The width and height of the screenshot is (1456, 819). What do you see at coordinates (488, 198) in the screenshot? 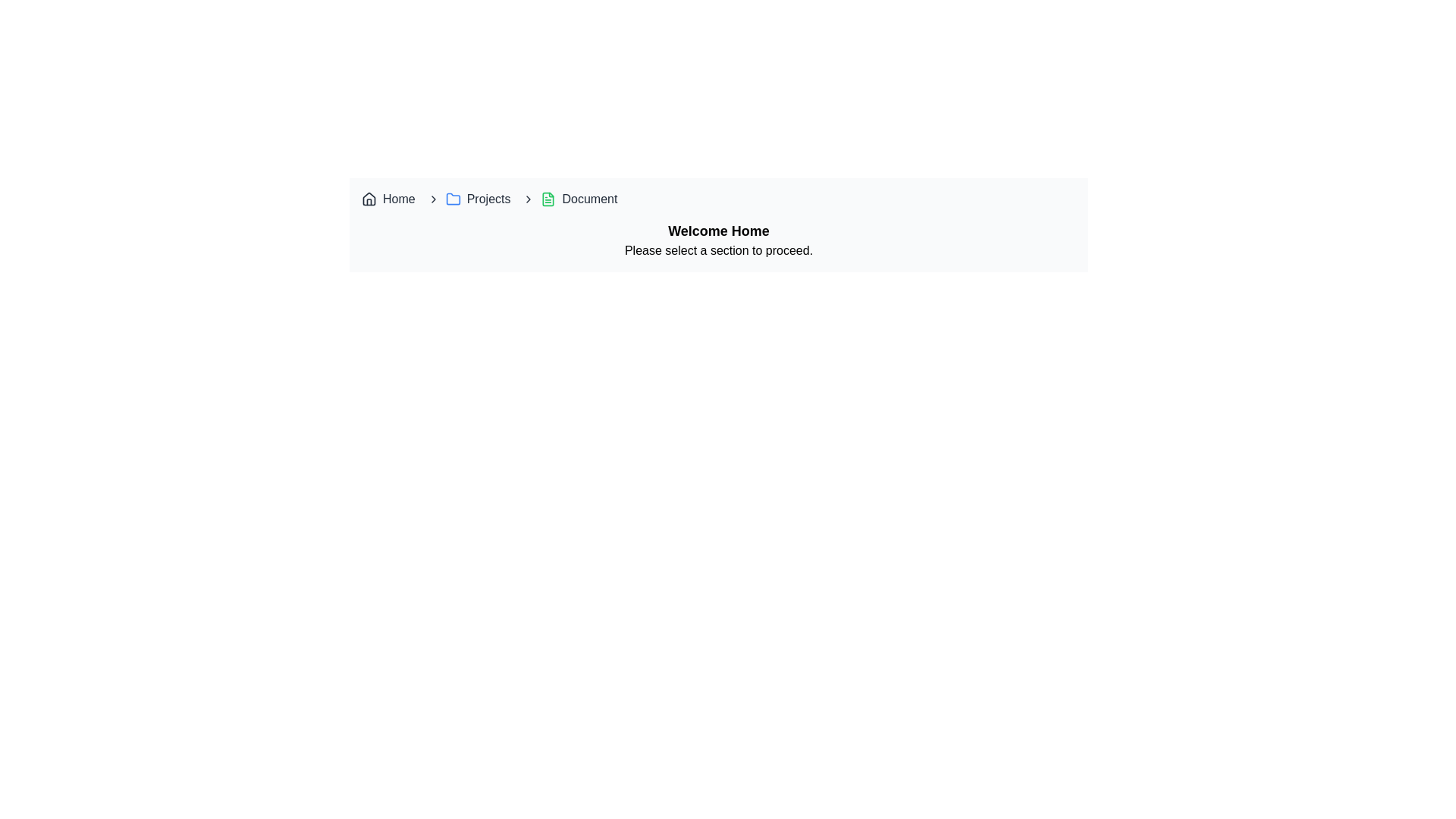
I see `the 'Projects' breadcrumb link` at bounding box center [488, 198].